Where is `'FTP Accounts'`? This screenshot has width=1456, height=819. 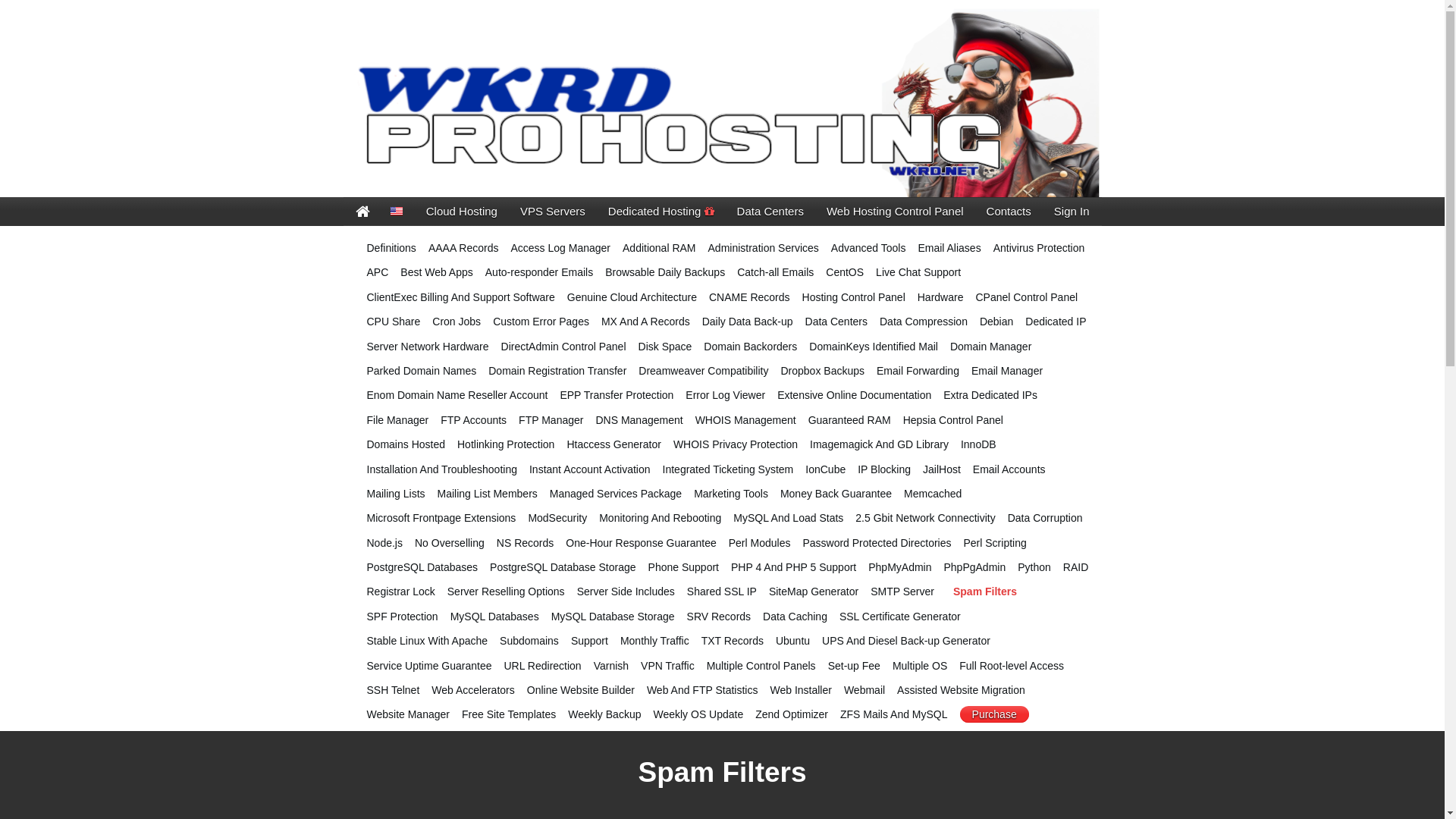 'FTP Accounts' is located at coordinates (472, 420).